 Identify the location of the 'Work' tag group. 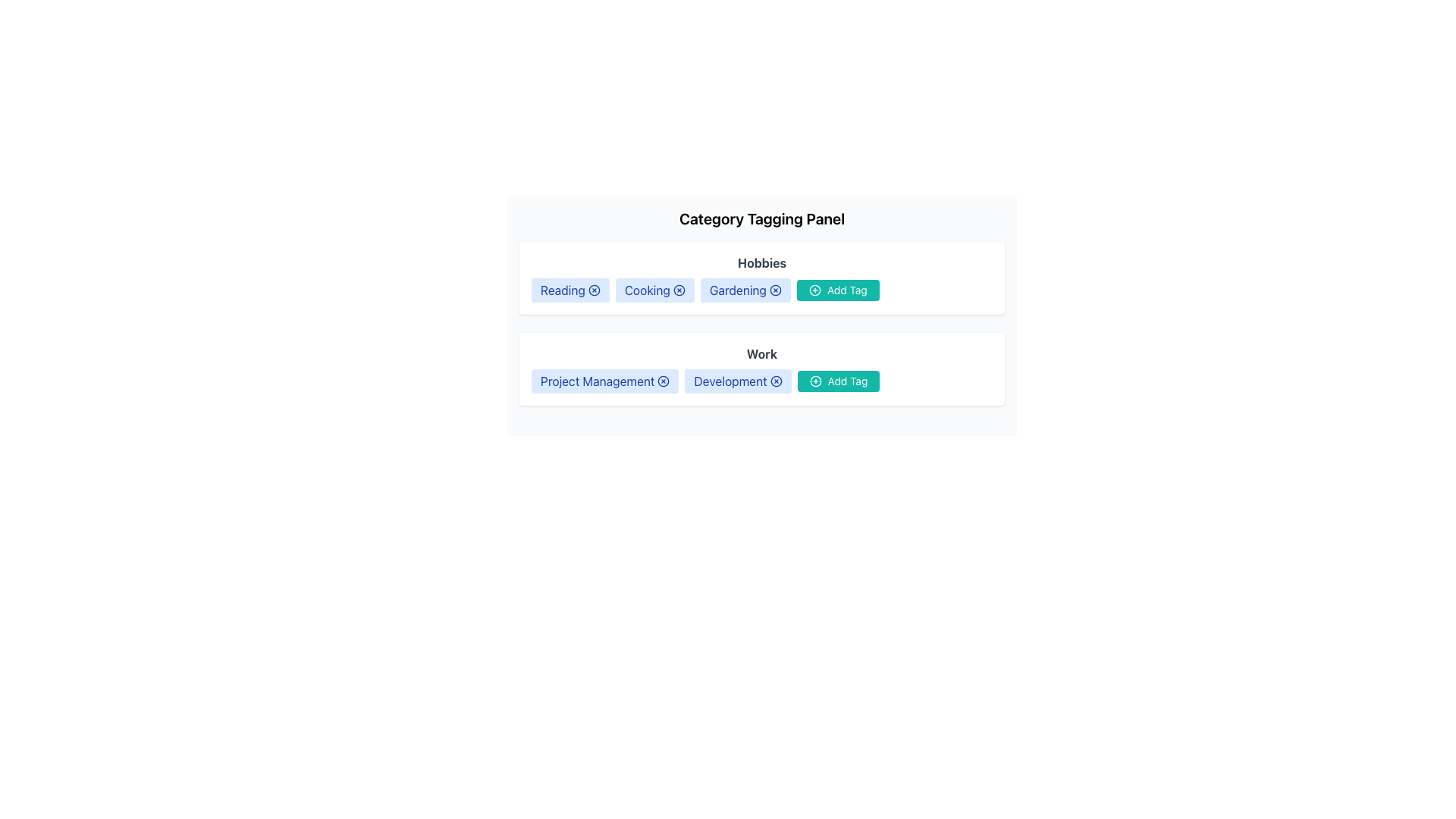
(761, 380).